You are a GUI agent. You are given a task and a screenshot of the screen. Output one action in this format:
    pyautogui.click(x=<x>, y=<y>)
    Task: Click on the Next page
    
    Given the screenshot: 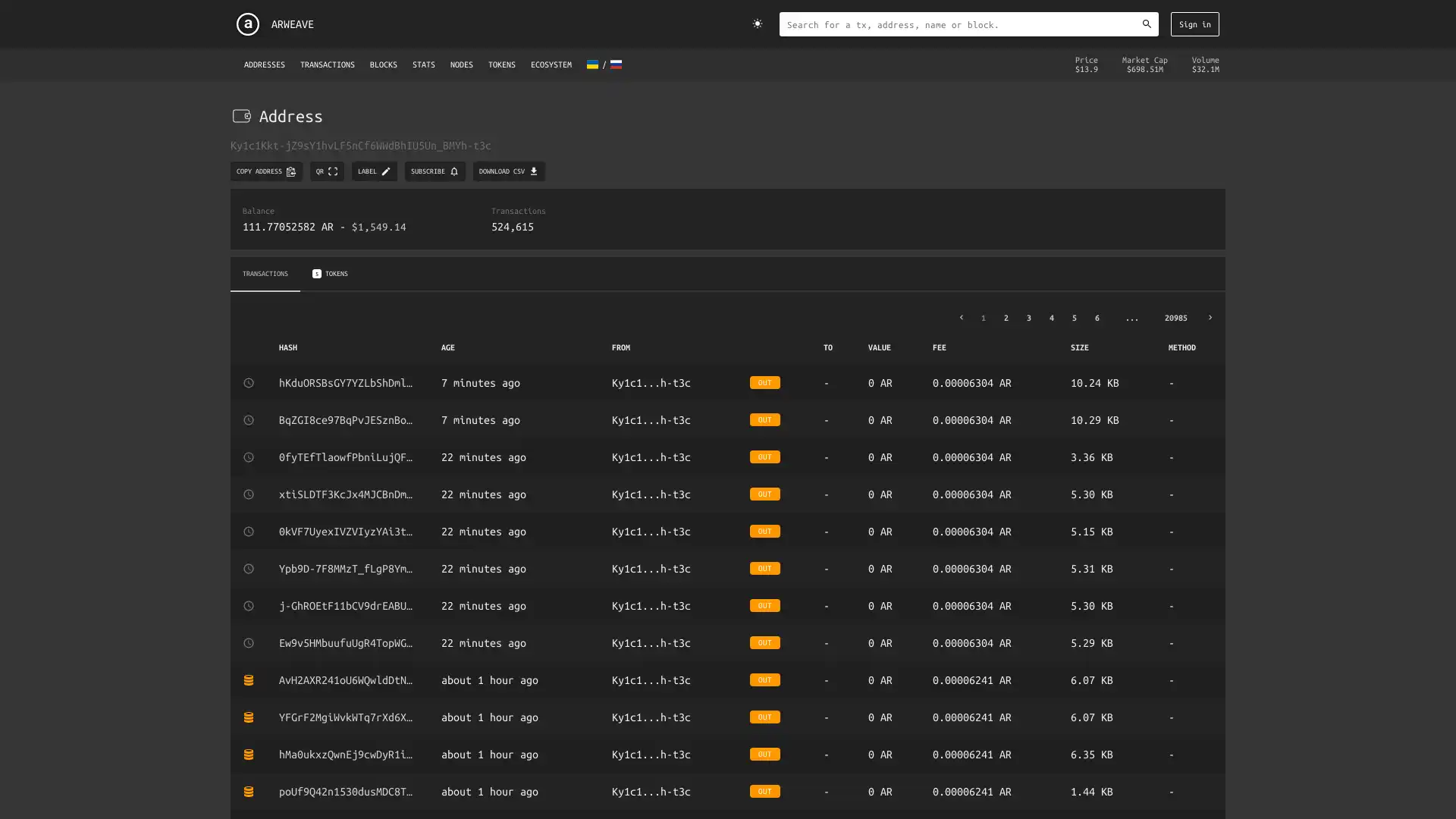 What is the action you would take?
    pyautogui.click(x=1209, y=315)
    